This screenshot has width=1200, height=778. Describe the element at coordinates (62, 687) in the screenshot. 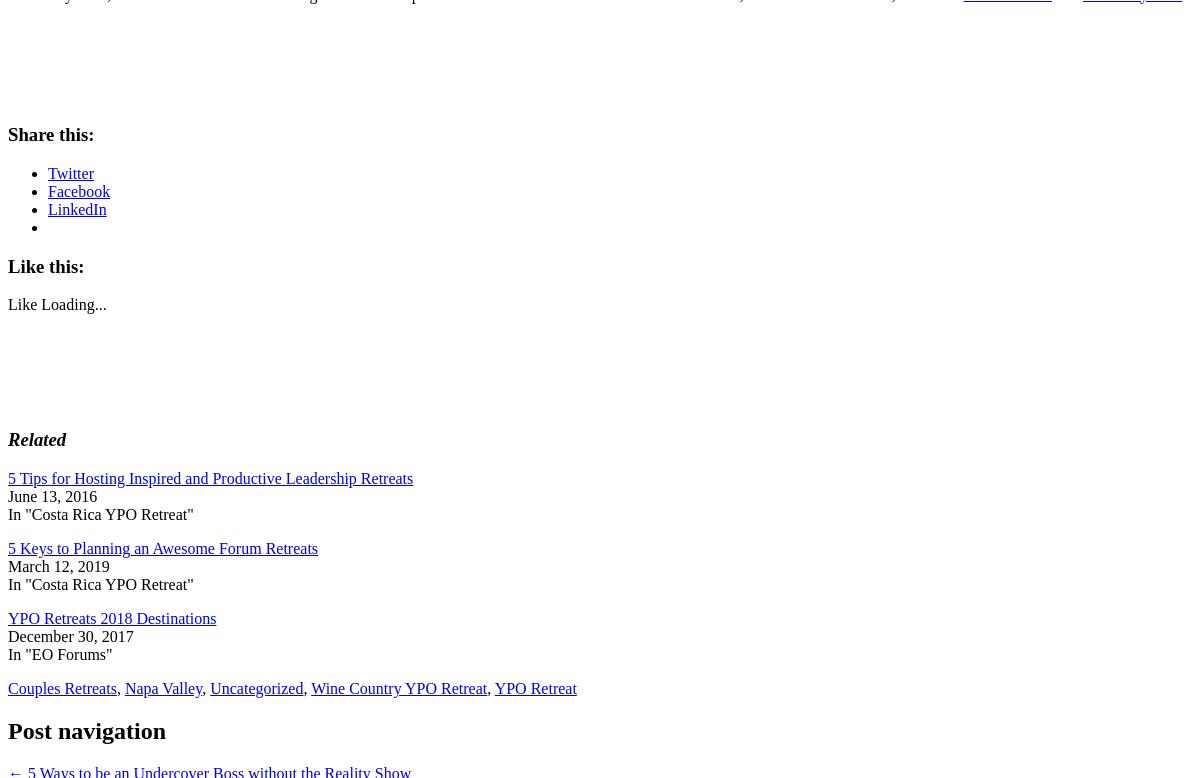

I see `'Couples Retreats'` at that location.